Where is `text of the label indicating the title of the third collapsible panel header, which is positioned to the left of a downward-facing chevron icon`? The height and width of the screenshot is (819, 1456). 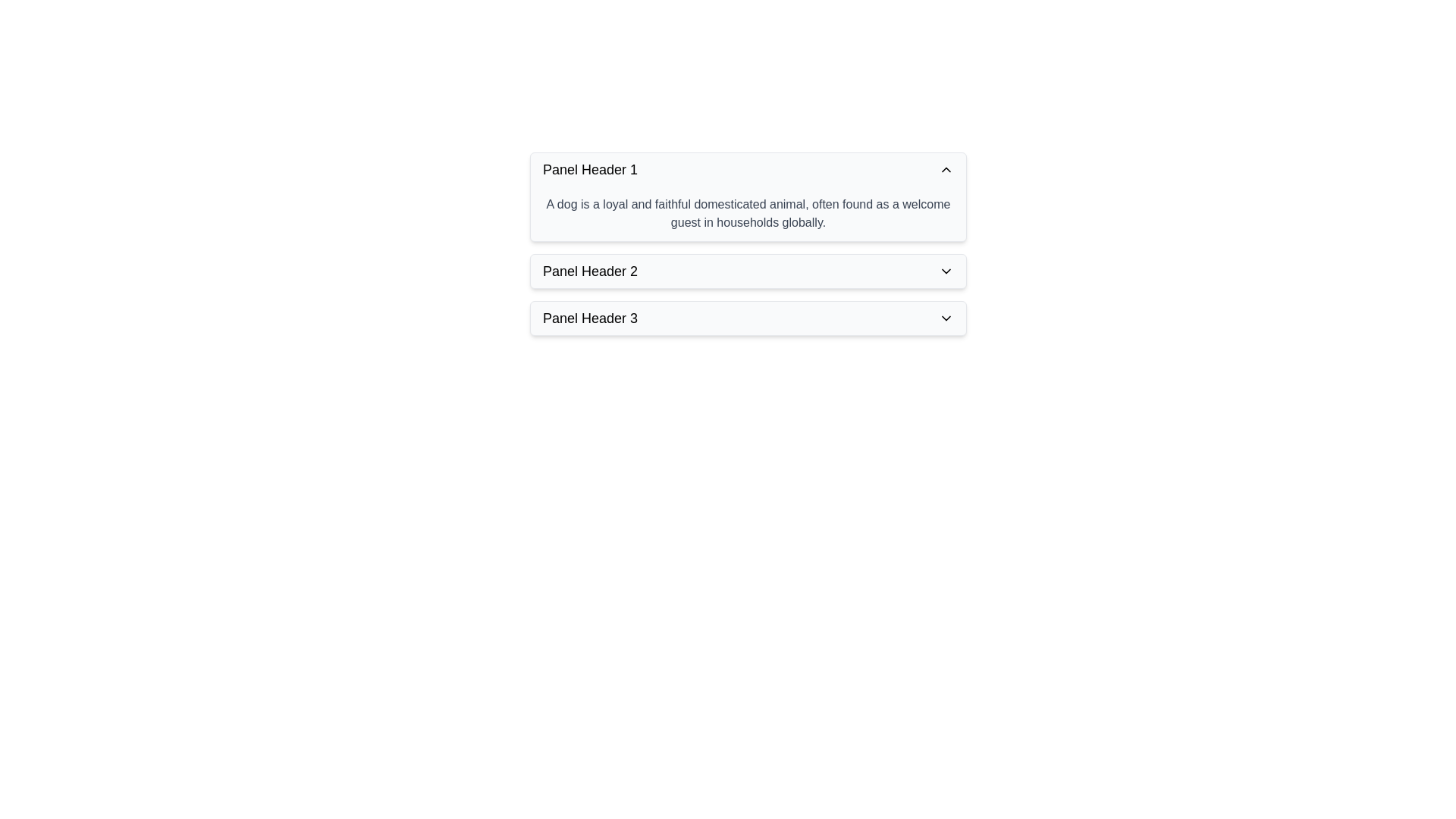 text of the label indicating the title of the third collapsible panel header, which is positioned to the left of a downward-facing chevron icon is located at coordinates (589, 318).